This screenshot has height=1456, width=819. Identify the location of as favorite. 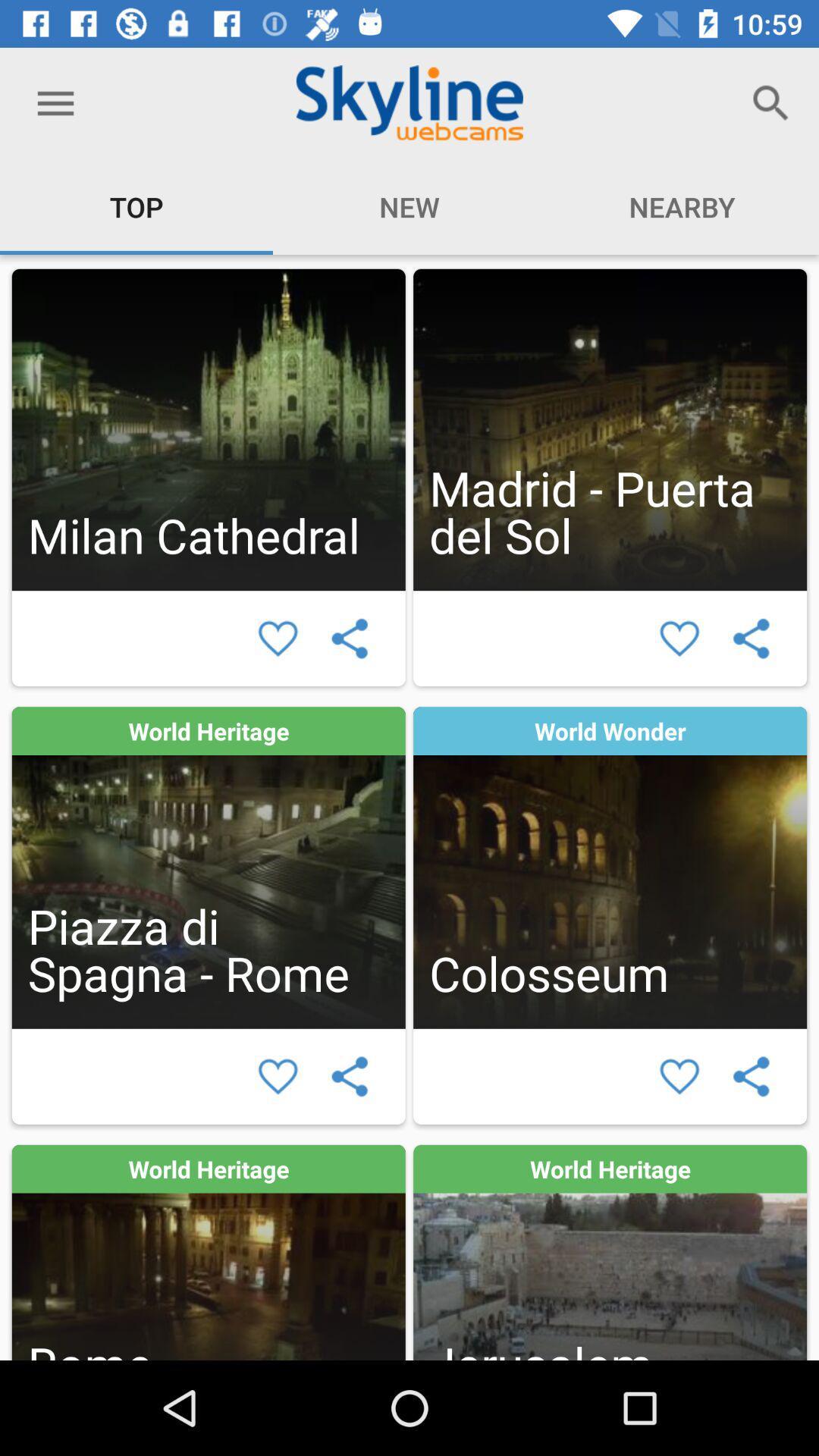
(679, 639).